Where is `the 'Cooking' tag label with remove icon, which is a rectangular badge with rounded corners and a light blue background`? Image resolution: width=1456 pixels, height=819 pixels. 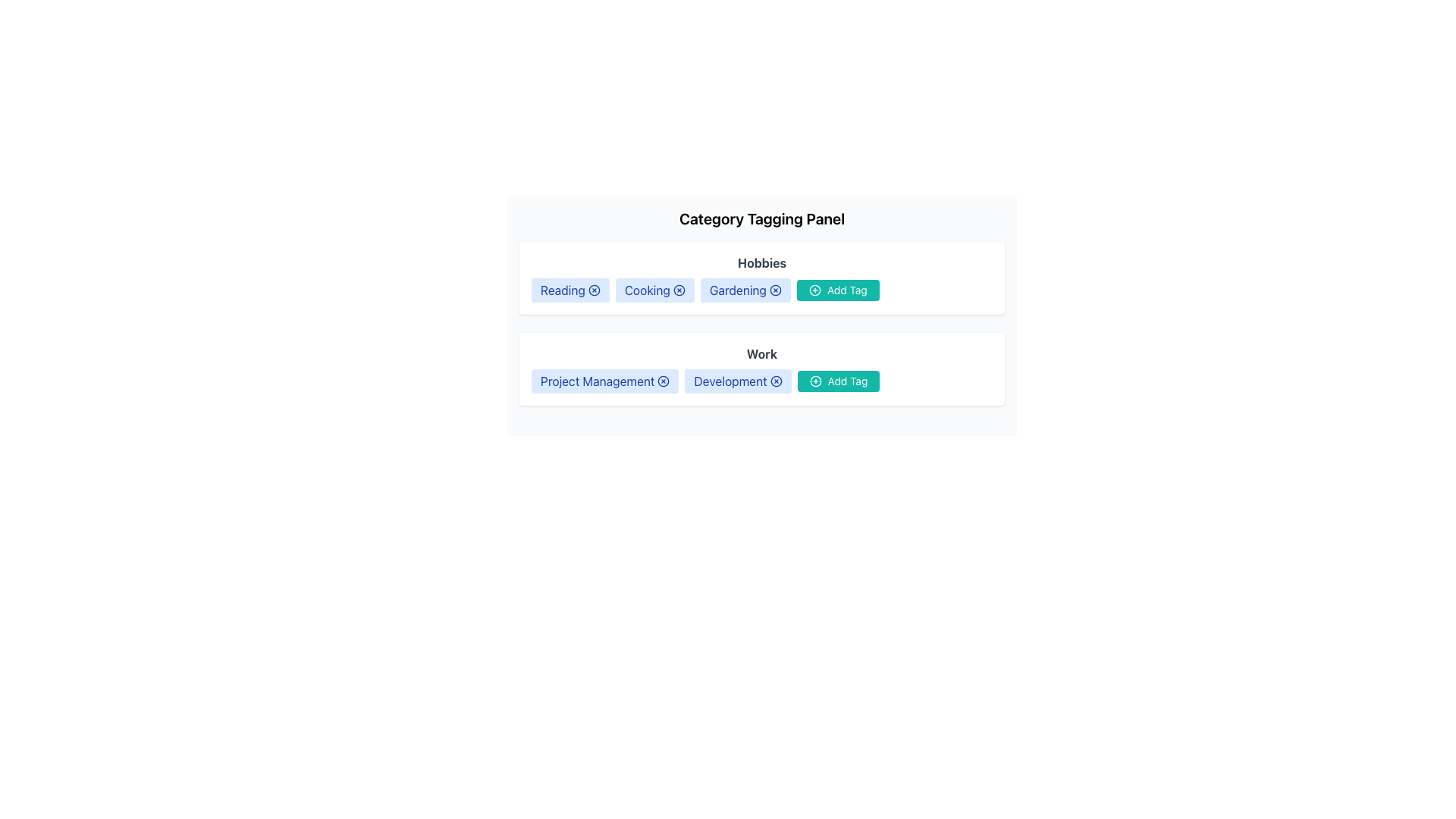 the 'Cooking' tag label with remove icon, which is a rectangular badge with rounded corners and a light blue background is located at coordinates (654, 290).